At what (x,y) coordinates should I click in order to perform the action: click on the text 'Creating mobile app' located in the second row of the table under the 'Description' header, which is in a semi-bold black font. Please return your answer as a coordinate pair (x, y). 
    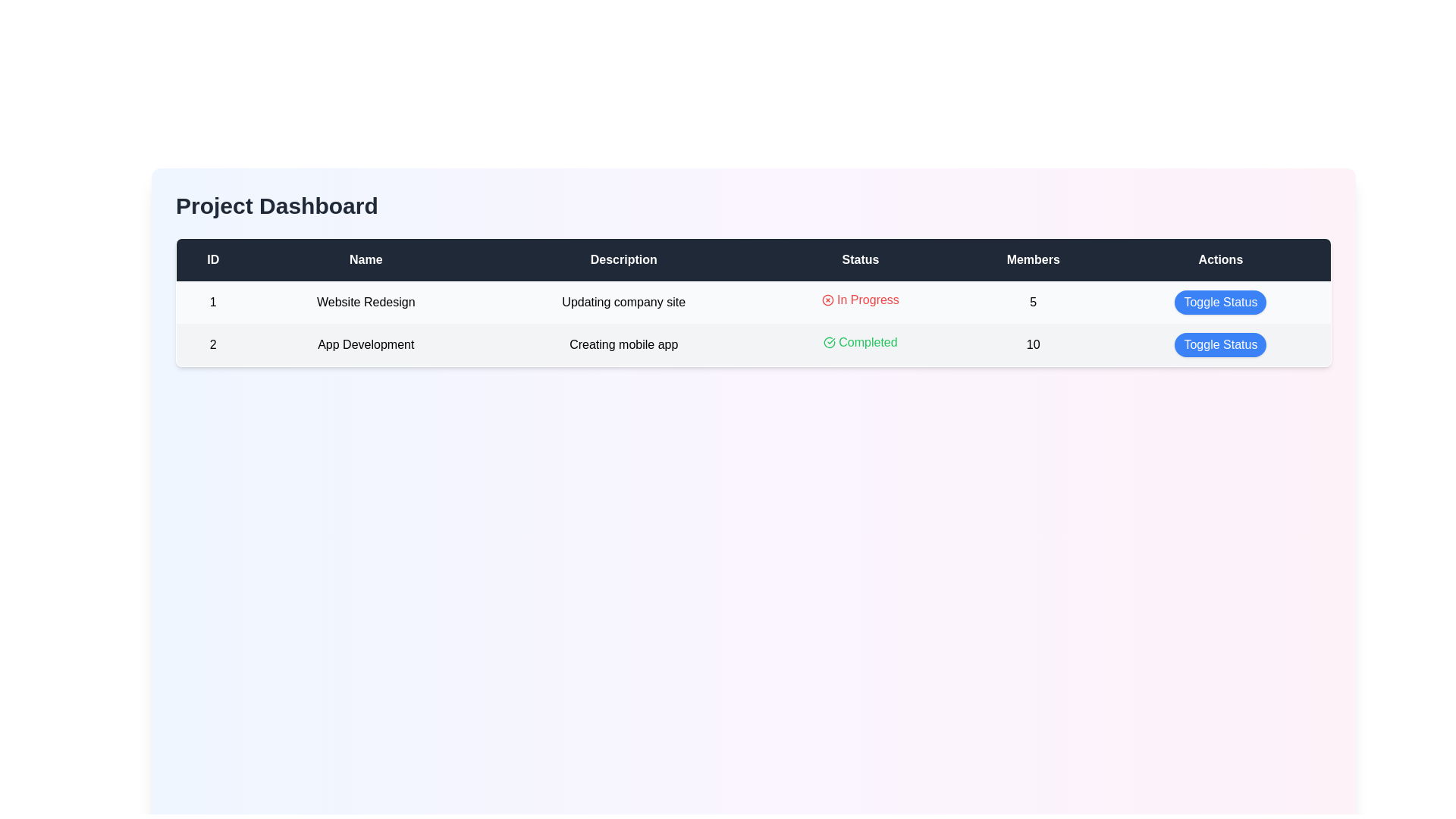
    Looking at the image, I should click on (623, 345).